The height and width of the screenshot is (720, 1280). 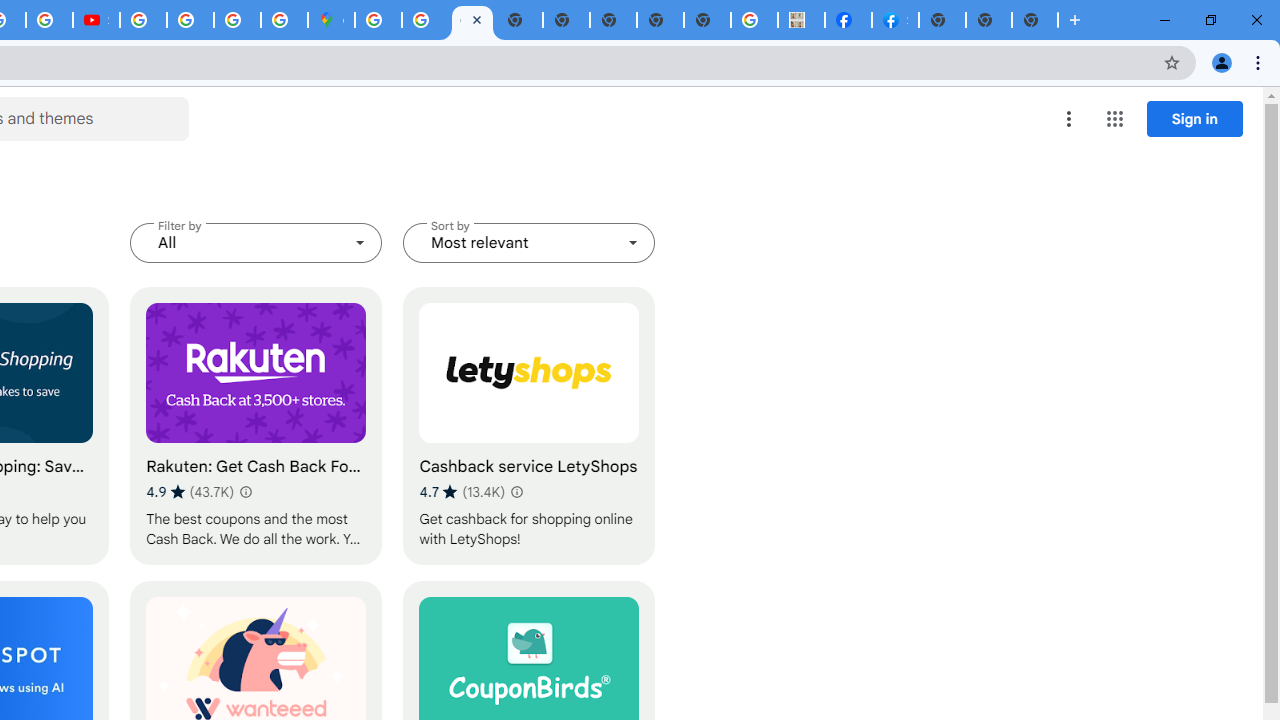 What do you see at coordinates (461, 491) in the screenshot?
I see `'Average rating 4.7 out of 5 stars. 13.4K ratings.'` at bounding box center [461, 491].